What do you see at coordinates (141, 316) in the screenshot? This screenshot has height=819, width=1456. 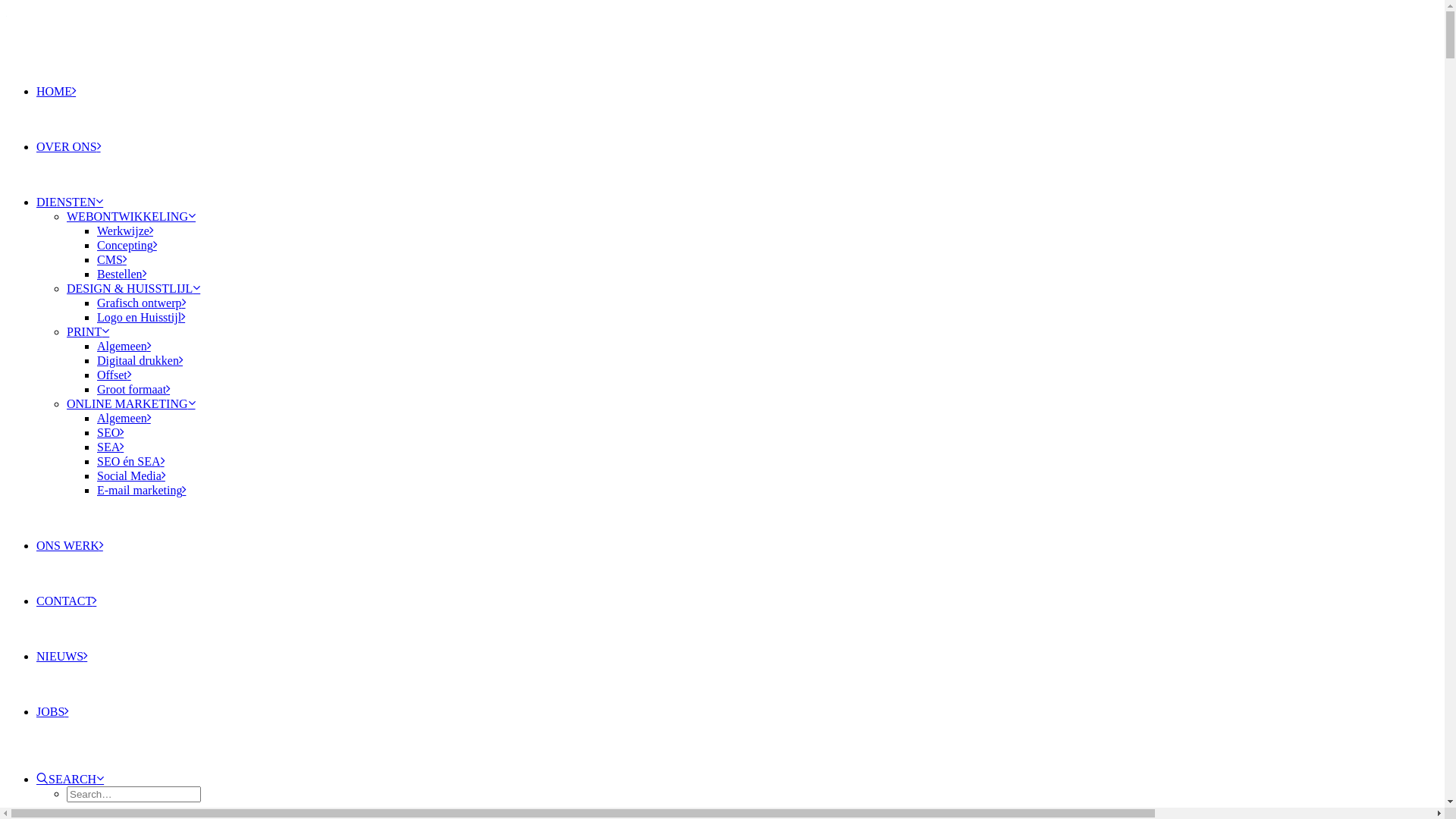 I see `'Logo en Huisstijl'` at bounding box center [141, 316].